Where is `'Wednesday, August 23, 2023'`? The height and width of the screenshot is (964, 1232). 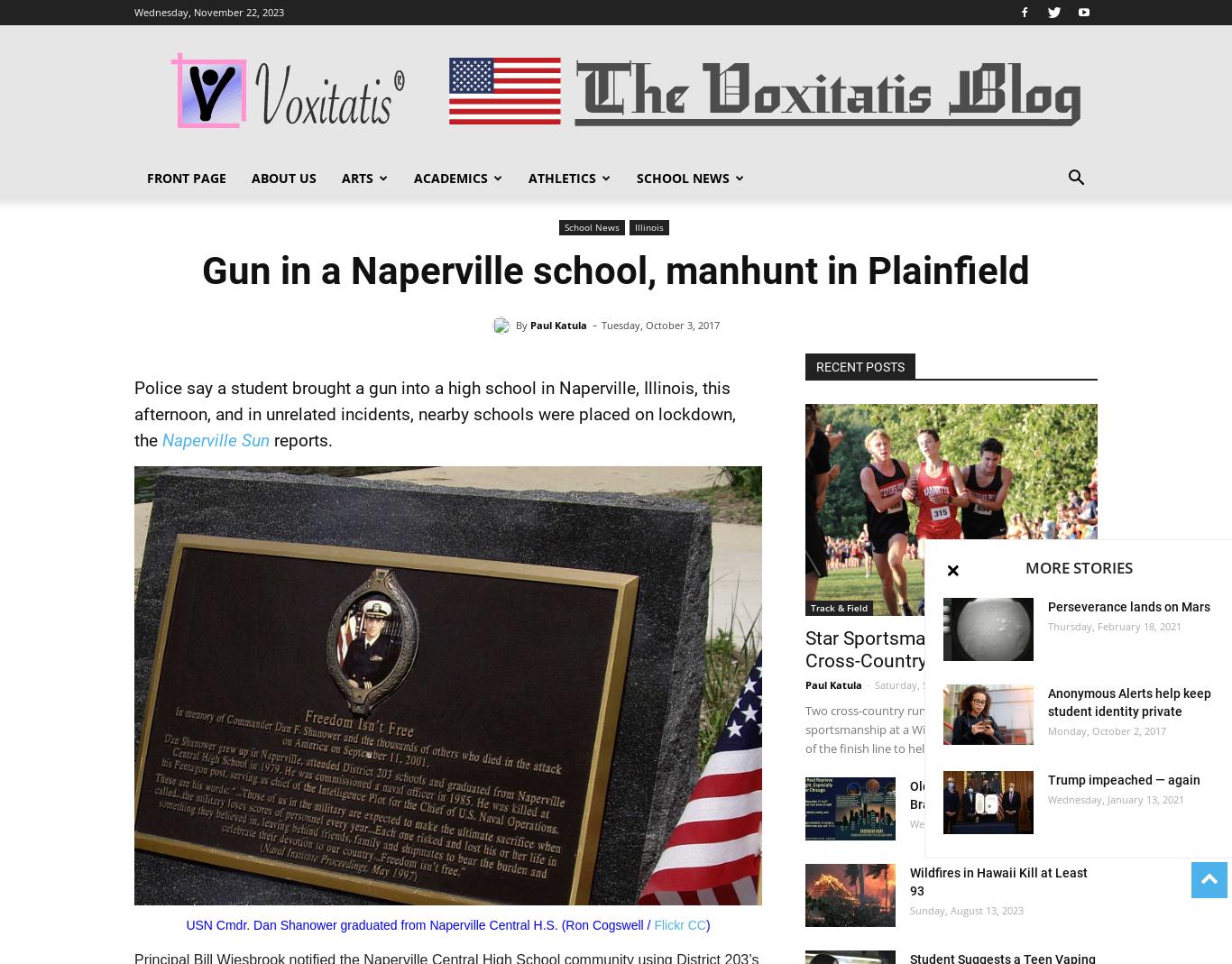 'Wednesday, August 23, 2023' is located at coordinates (910, 822).